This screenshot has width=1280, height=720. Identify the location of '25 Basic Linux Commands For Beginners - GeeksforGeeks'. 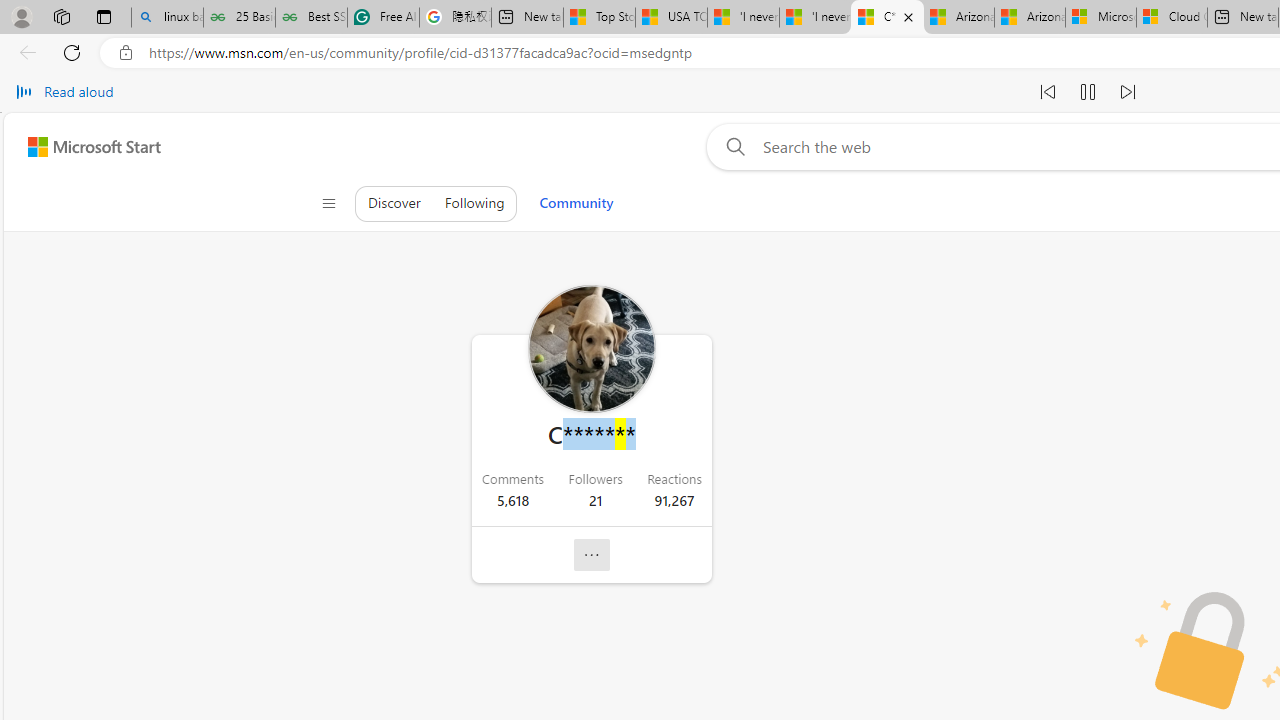
(239, 17).